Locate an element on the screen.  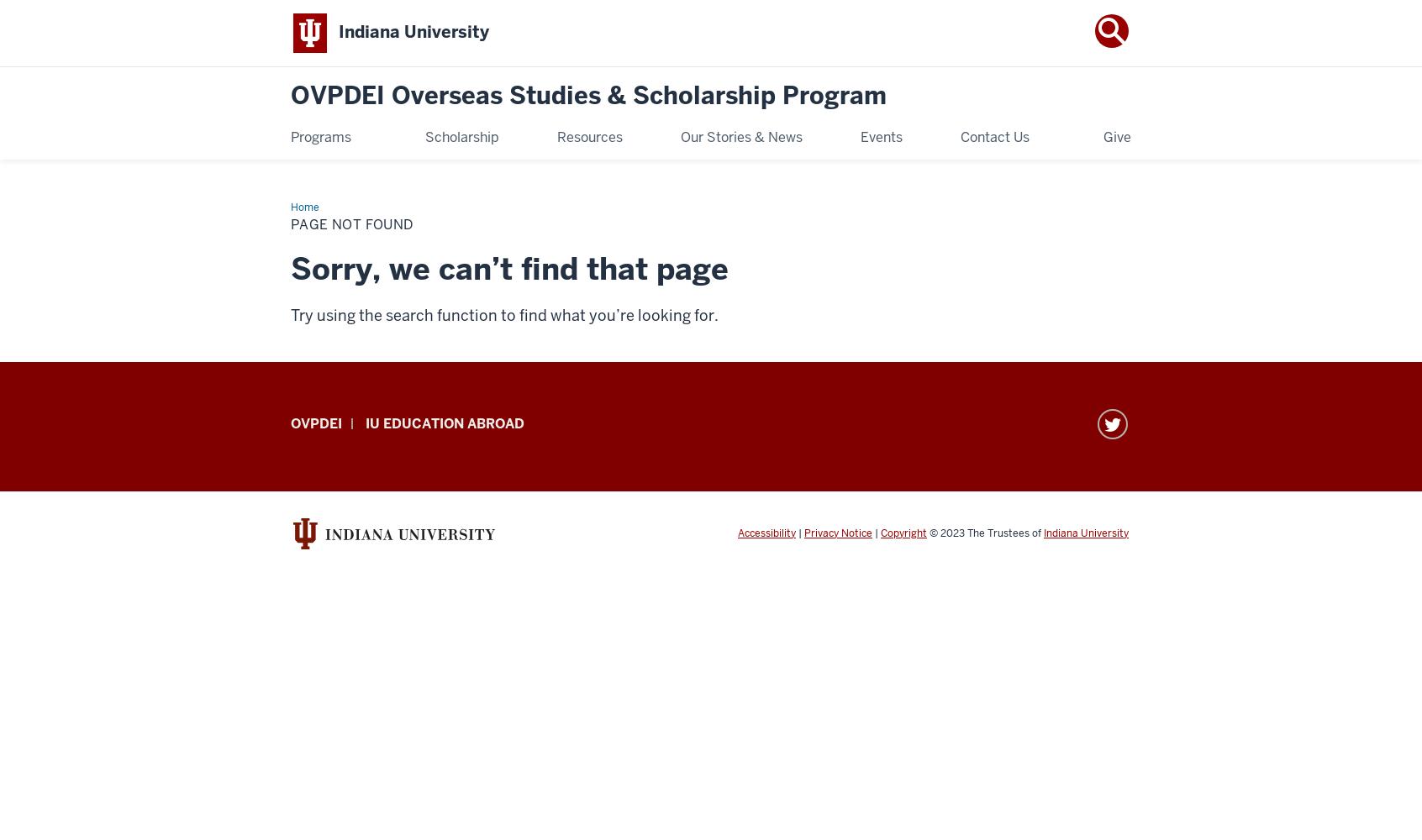
'Home' is located at coordinates (304, 206).